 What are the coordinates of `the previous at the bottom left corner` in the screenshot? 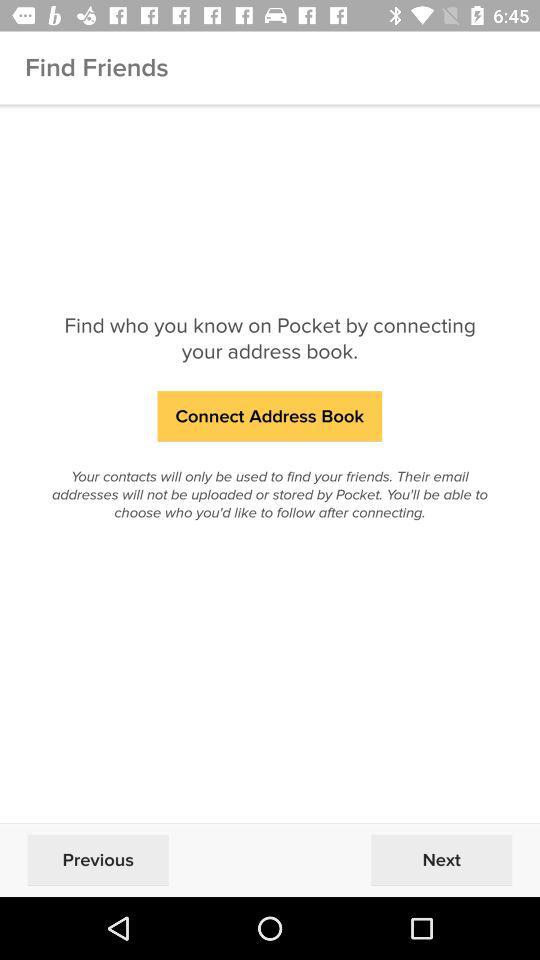 It's located at (97, 859).